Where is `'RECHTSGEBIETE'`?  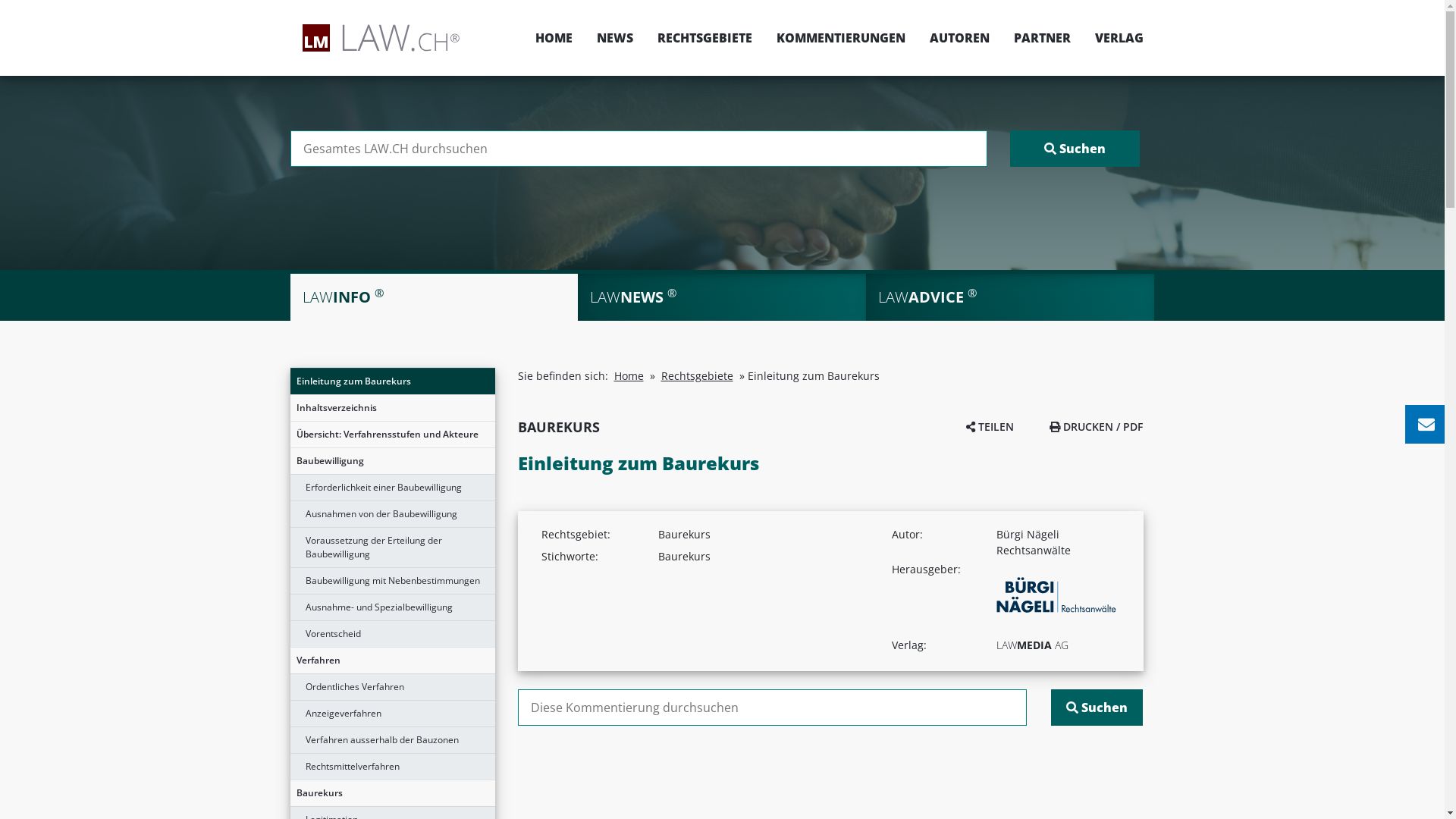
'RECHTSGEBIETE' is located at coordinates (644, 37).